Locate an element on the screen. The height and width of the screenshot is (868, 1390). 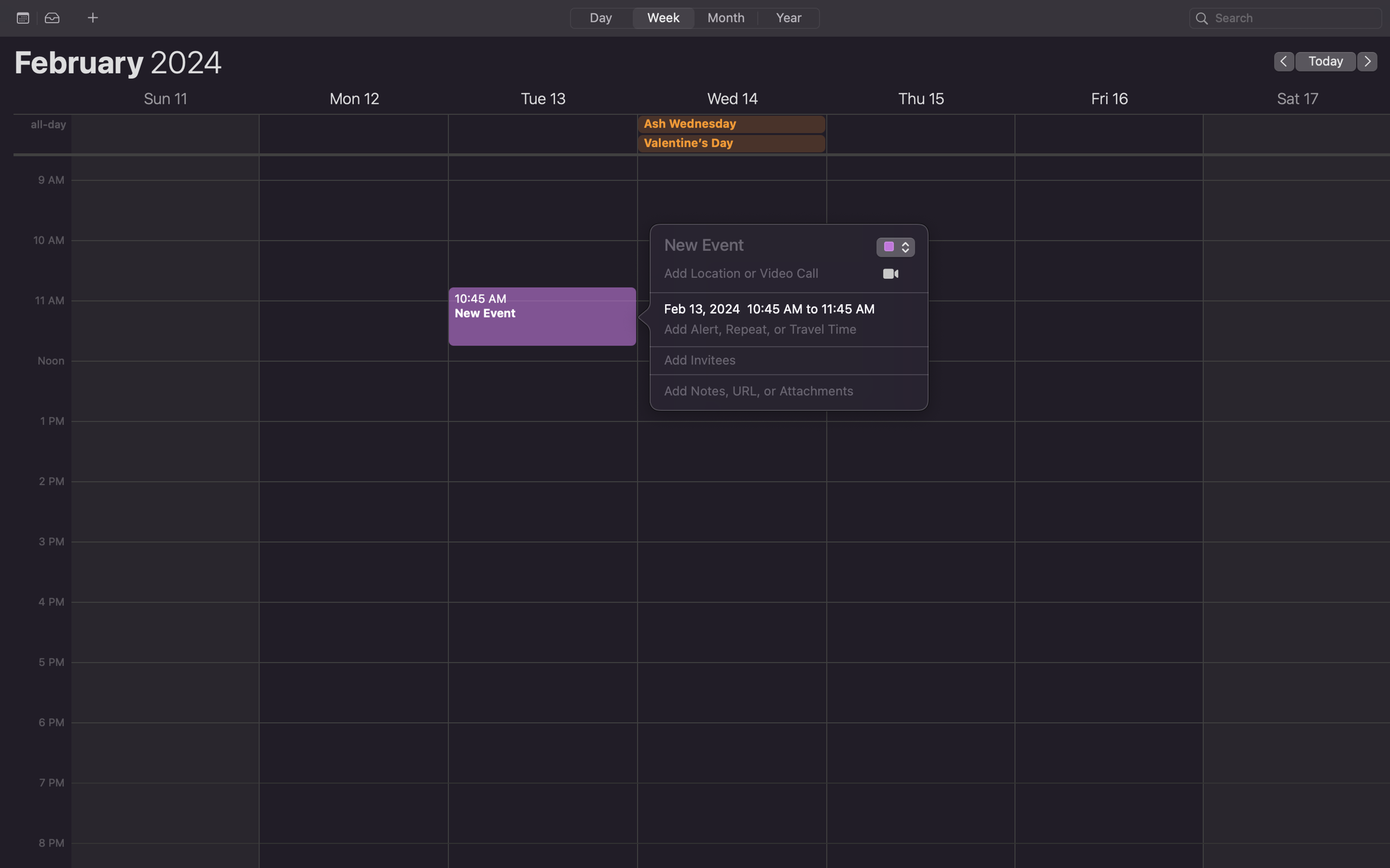
Schedule a session labeled "Meeting with Alex is located at coordinates (760, 244).